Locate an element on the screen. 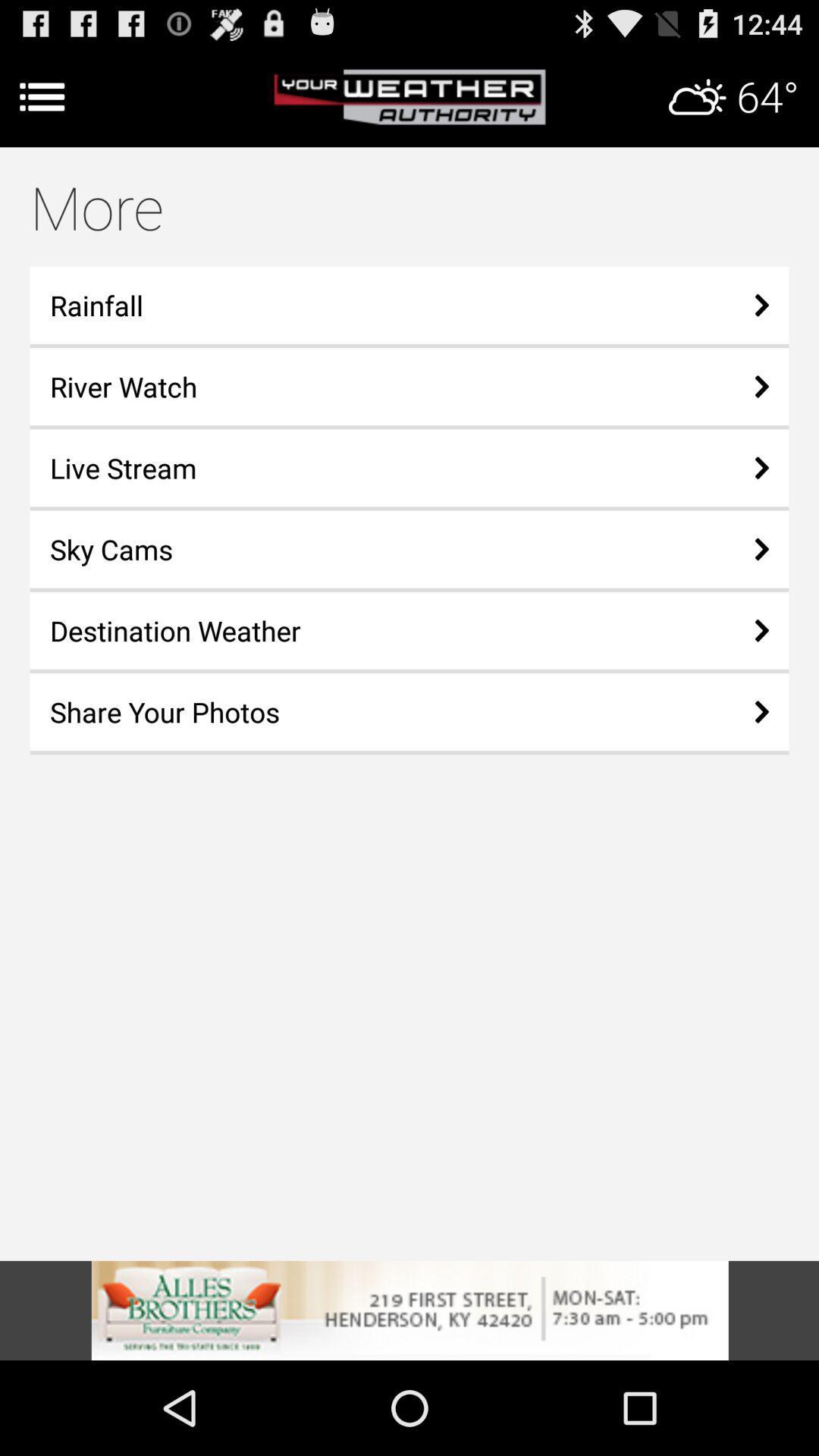  the icon at the bottom is located at coordinates (409, 1310).